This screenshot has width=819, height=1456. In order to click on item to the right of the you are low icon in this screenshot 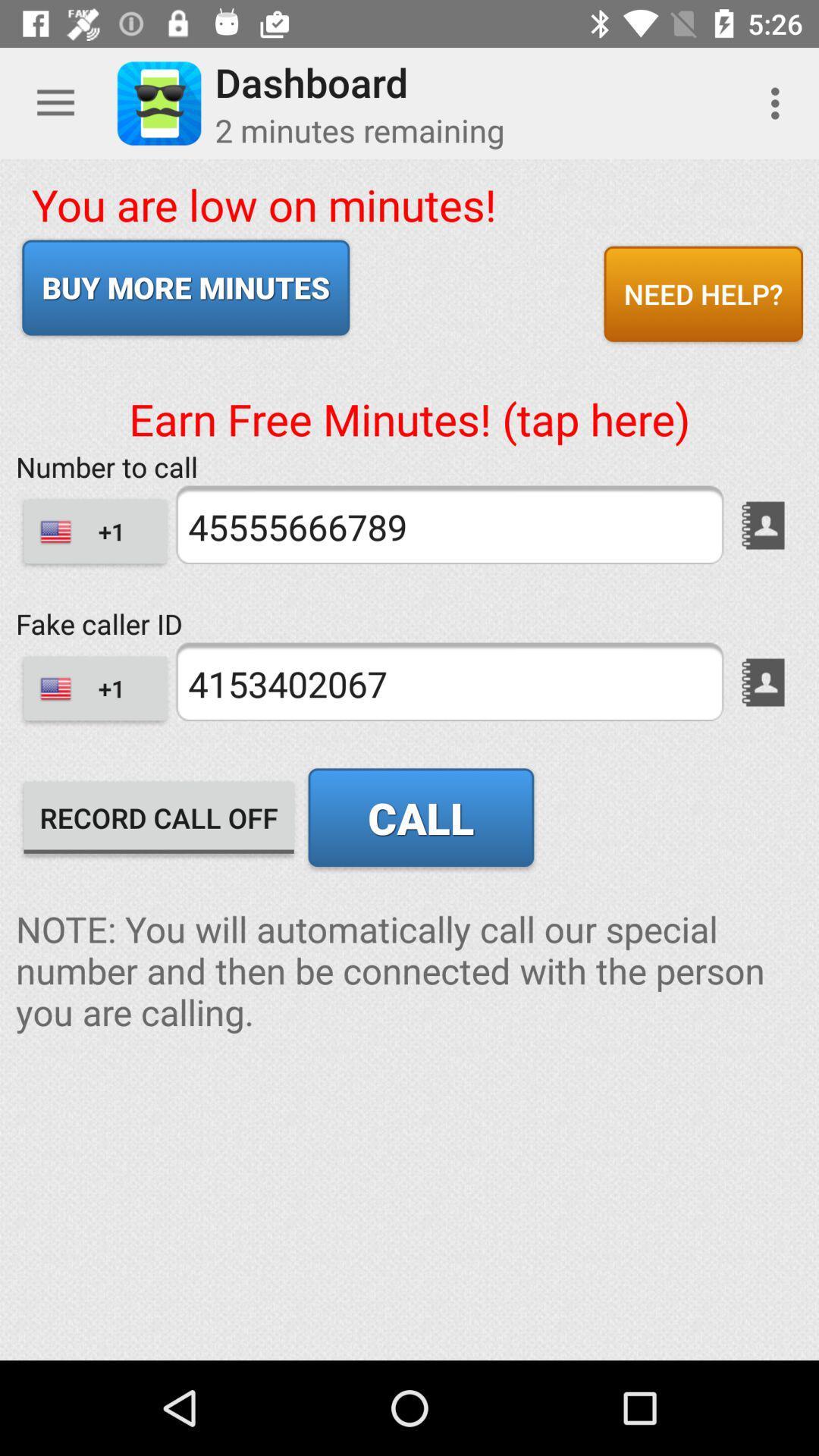, I will do `click(703, 293)`.